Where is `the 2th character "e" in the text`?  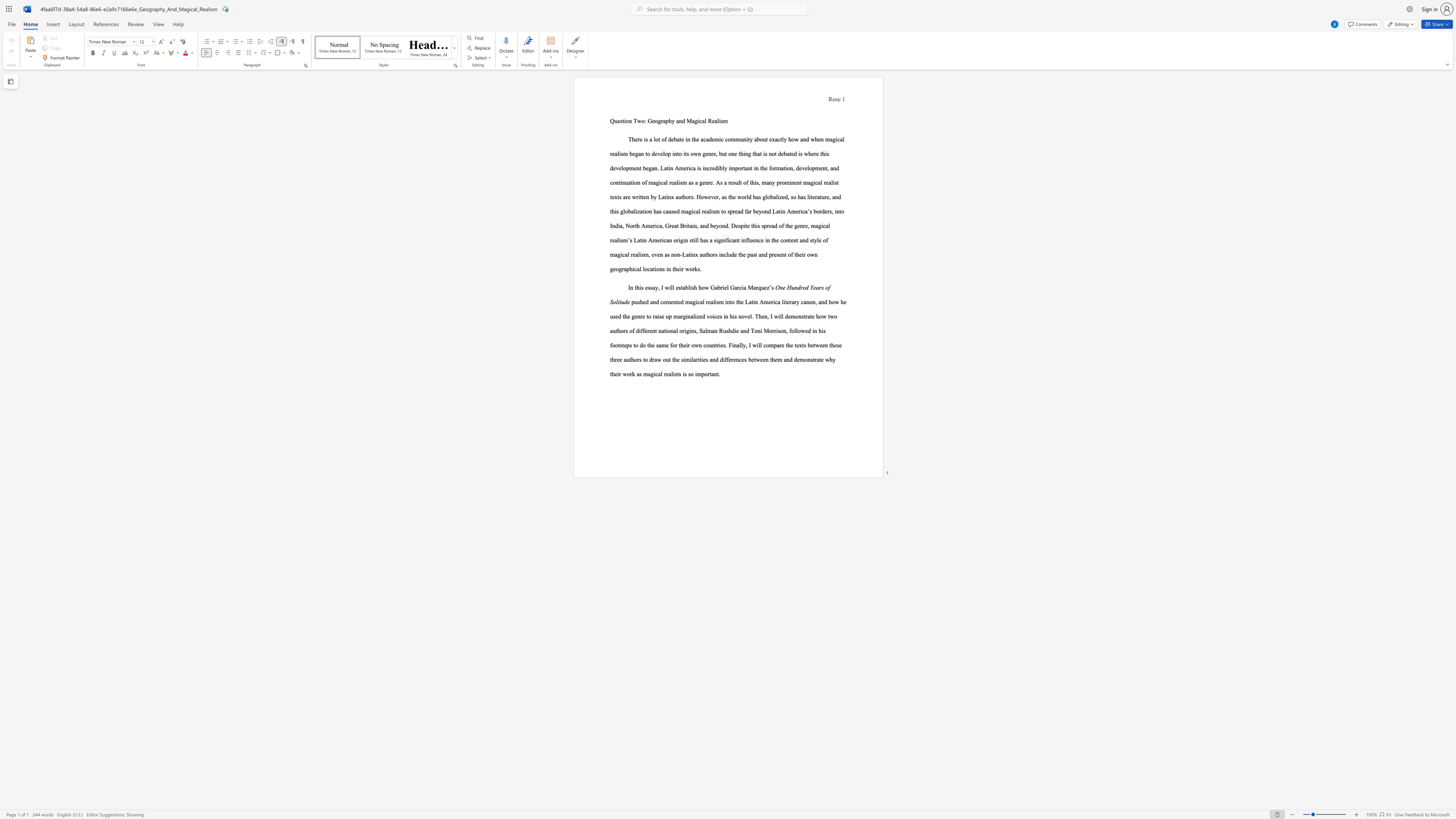 the 2th character "e" in the text is located at coordinates (792, 239).